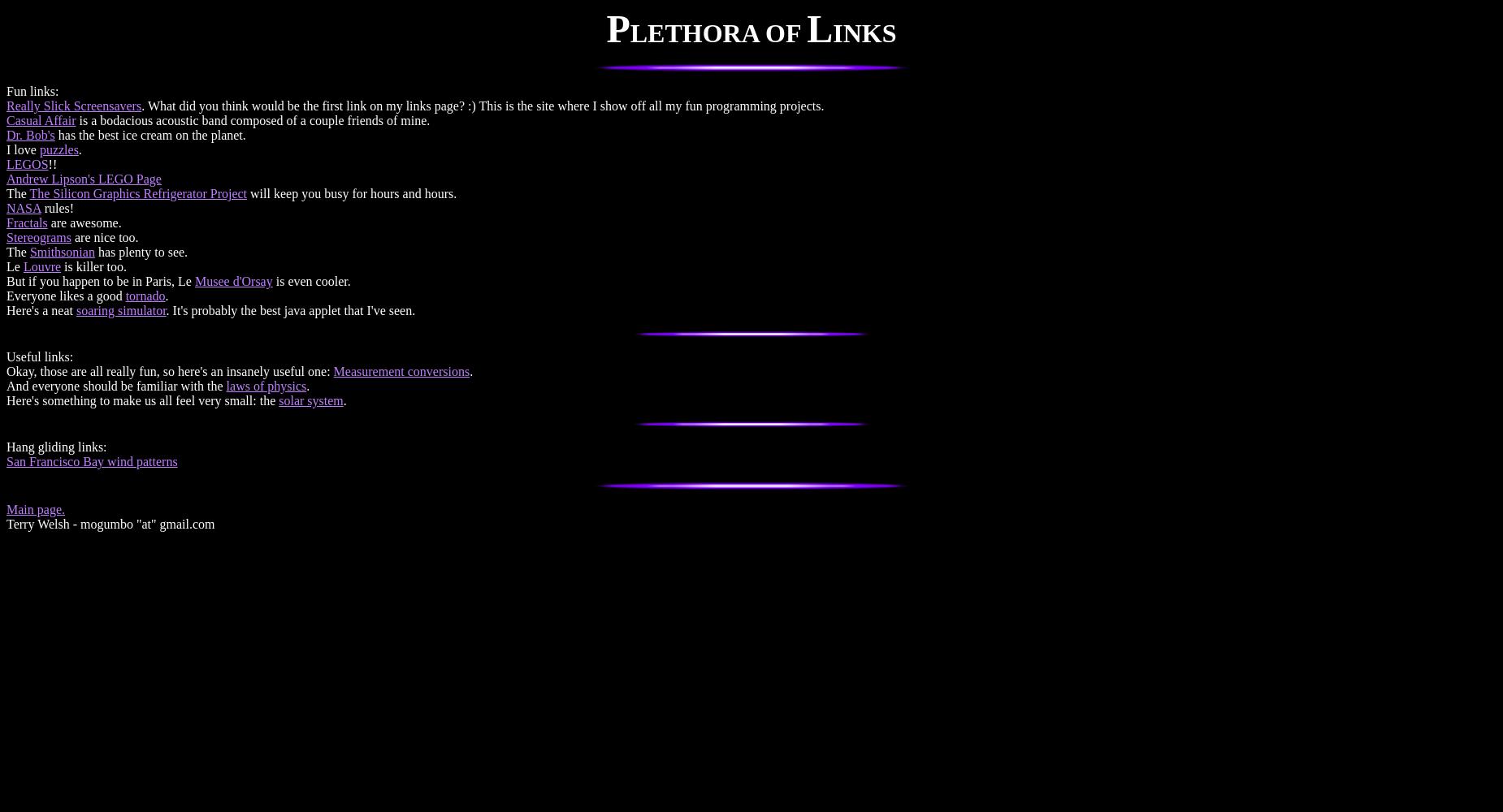  What do you see at coordinates (65, 295) in the screenshot?
I see `'Everyone likes a good'` at bounding box center [65, 295].